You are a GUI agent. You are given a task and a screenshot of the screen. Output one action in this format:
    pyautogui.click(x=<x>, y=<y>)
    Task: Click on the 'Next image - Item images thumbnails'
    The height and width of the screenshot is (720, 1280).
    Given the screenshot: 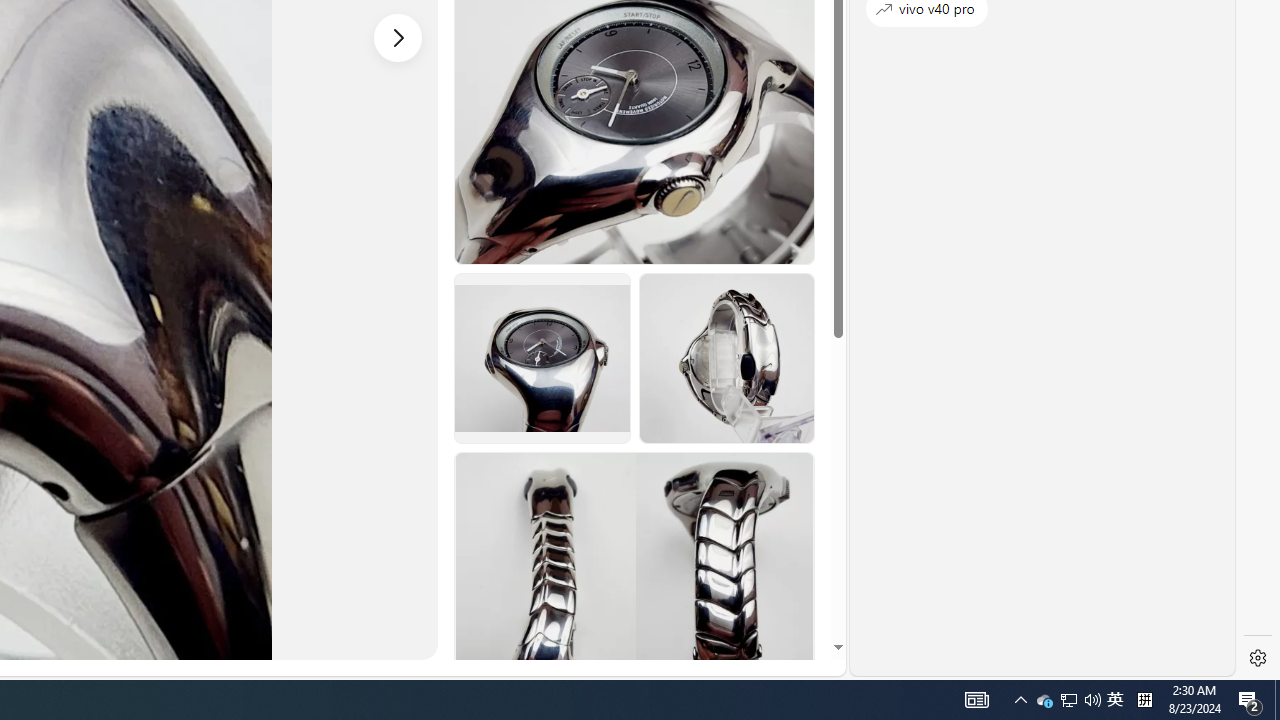 What is the action you would take?
    pyautogui.click(x=398, y=37)
    